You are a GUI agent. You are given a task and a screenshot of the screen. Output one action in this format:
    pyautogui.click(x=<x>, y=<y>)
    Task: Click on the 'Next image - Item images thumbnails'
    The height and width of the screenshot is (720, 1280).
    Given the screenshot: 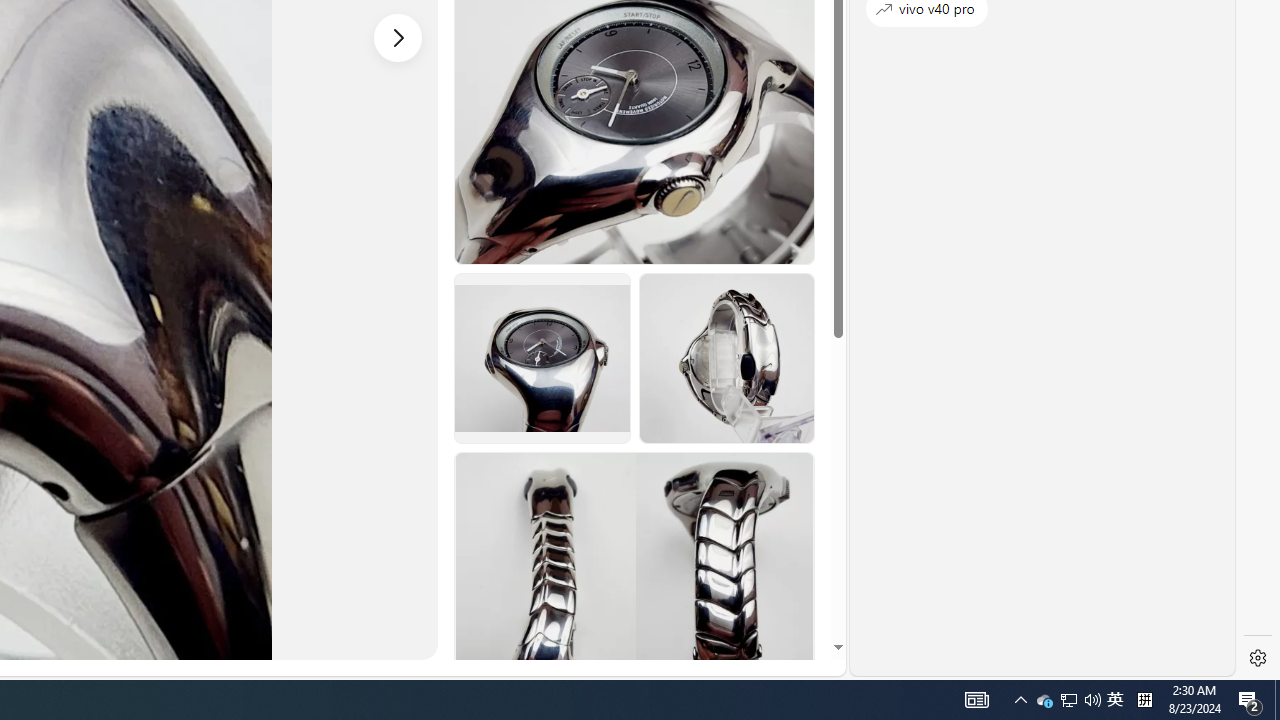 What is the action you would take?
    pyautogui.click(x=398, y=37)
    